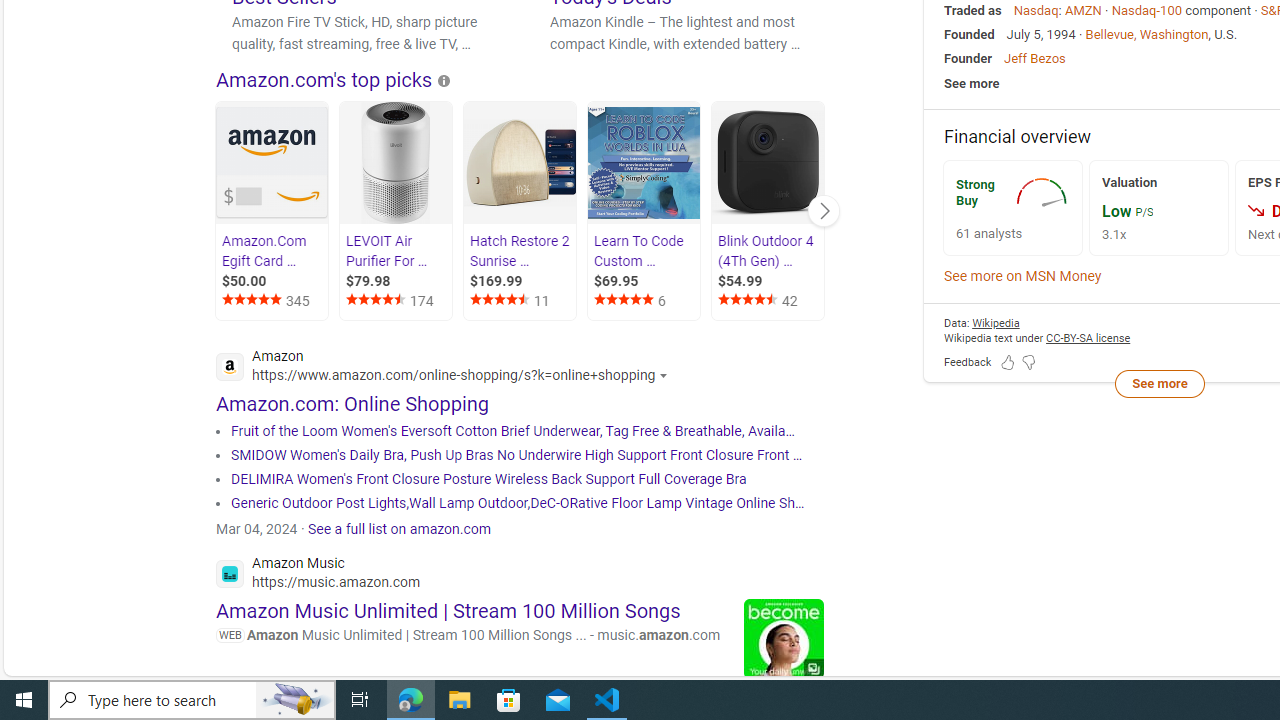 Image resolution: width=1280 pixels, height=720 pixels. Describe the element at coordinates (1159, 208) in the screenshot. I see `'Valuation Low P/S 3.1x'` at that location.